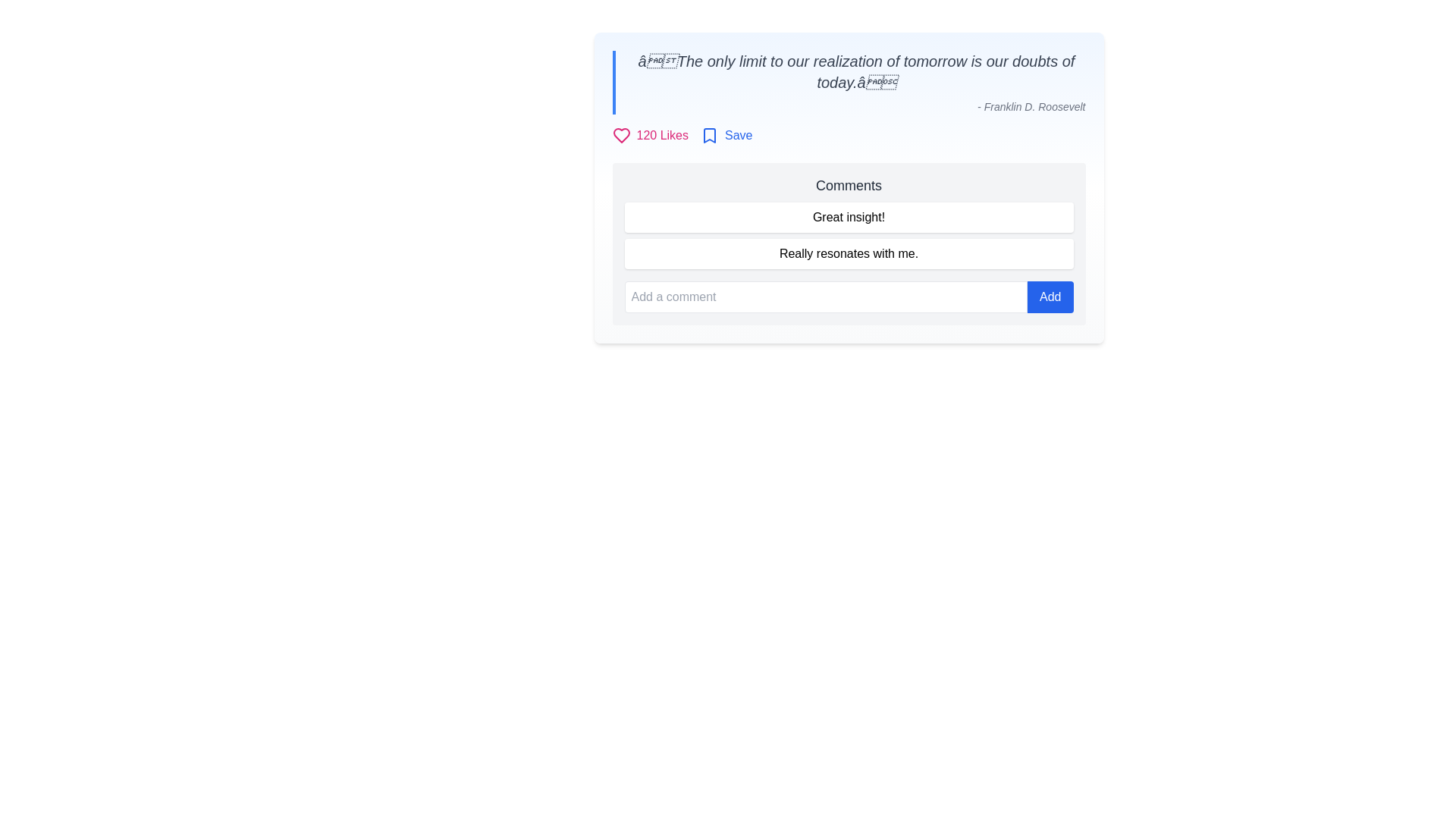 Image resolution: width=1456 pixels, height=819 pixels. What do you see at coordinates (1050, 297) in the screenshot?
I see `the submit button located immediately to the right of the comment input field` at bounding box center [1050, 297].